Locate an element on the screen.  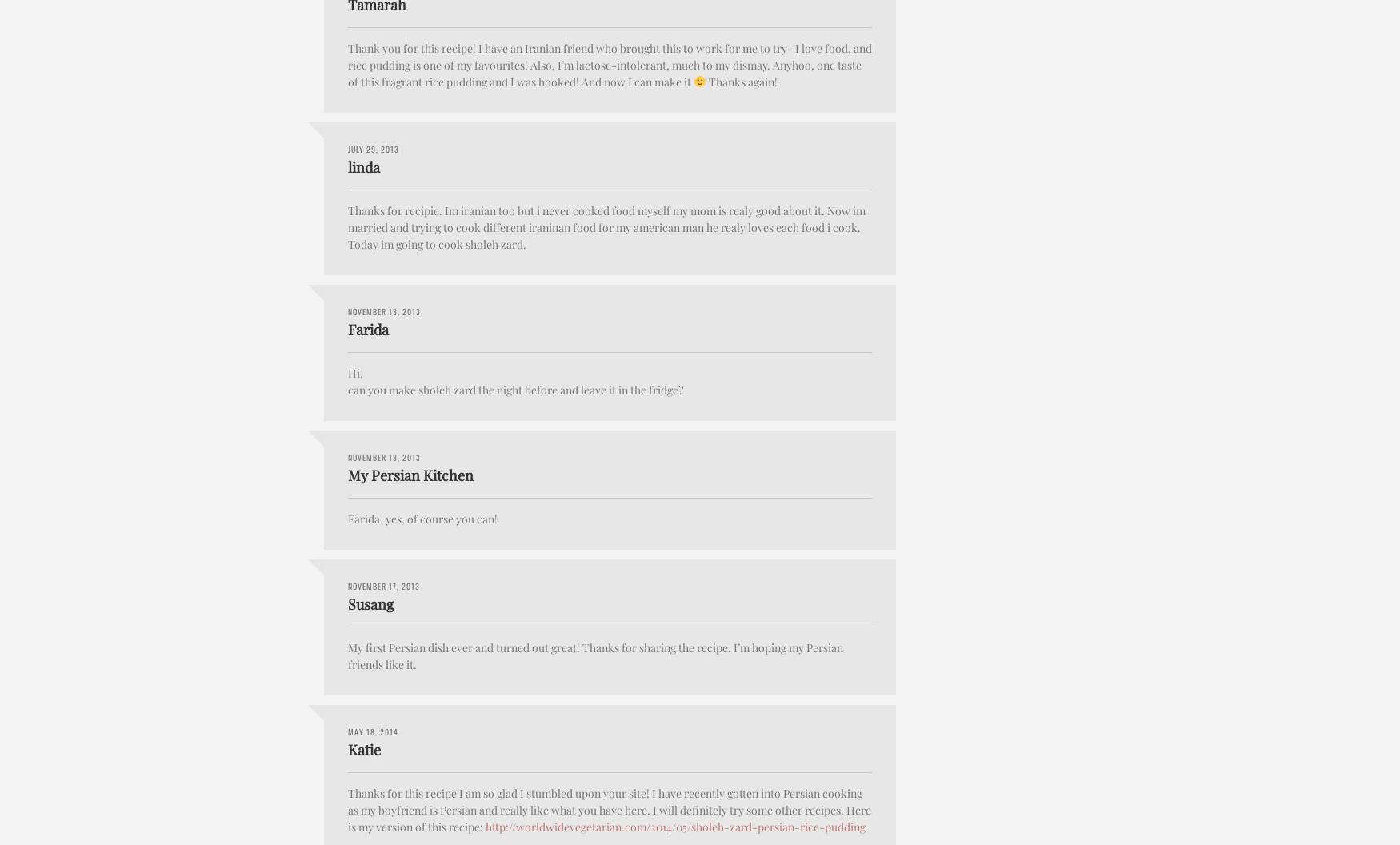
'November 17, 2013' is located at coordinates (384, 584).